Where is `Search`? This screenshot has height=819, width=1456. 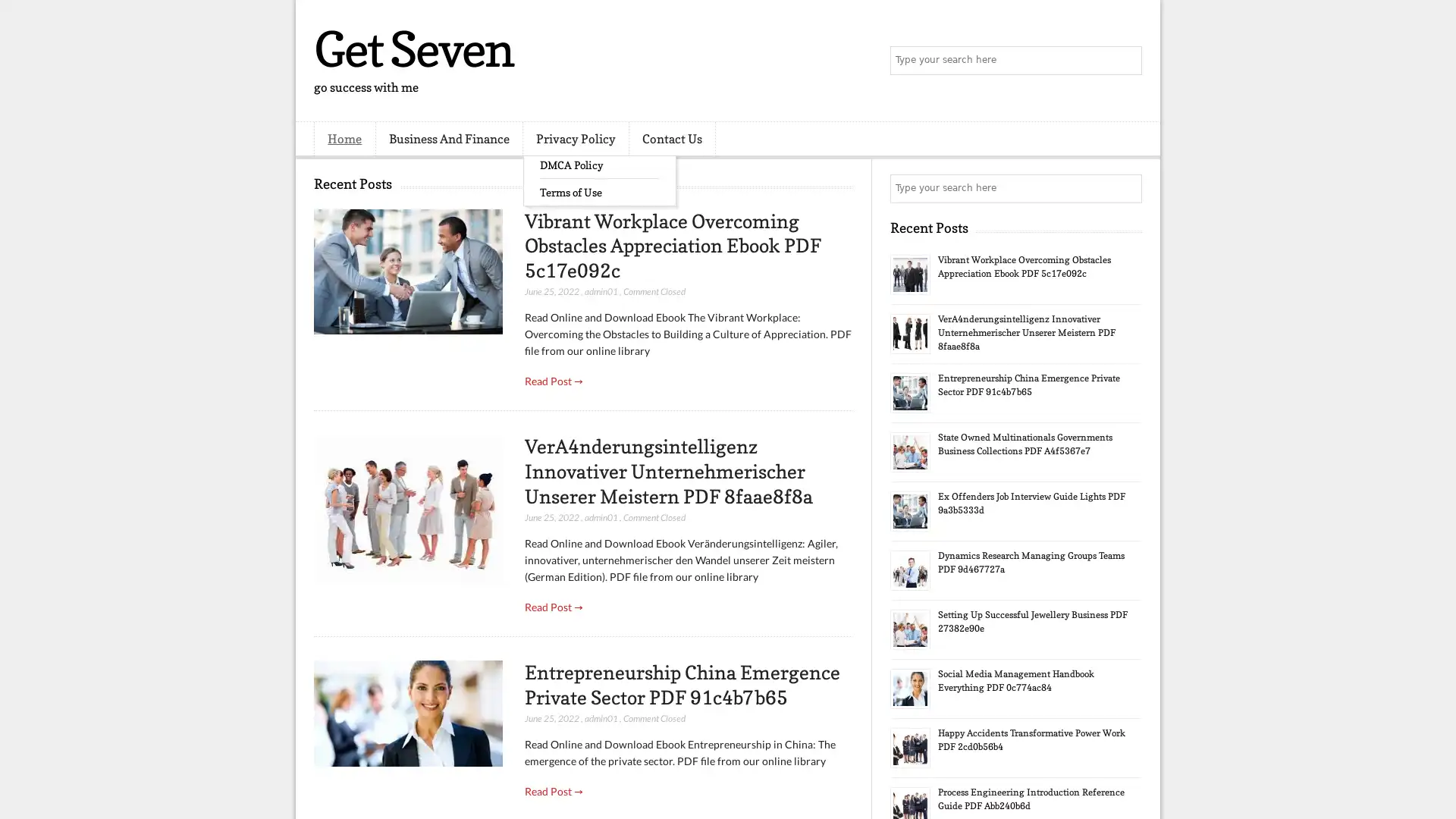 Search is located at coordinates (1126, 188).